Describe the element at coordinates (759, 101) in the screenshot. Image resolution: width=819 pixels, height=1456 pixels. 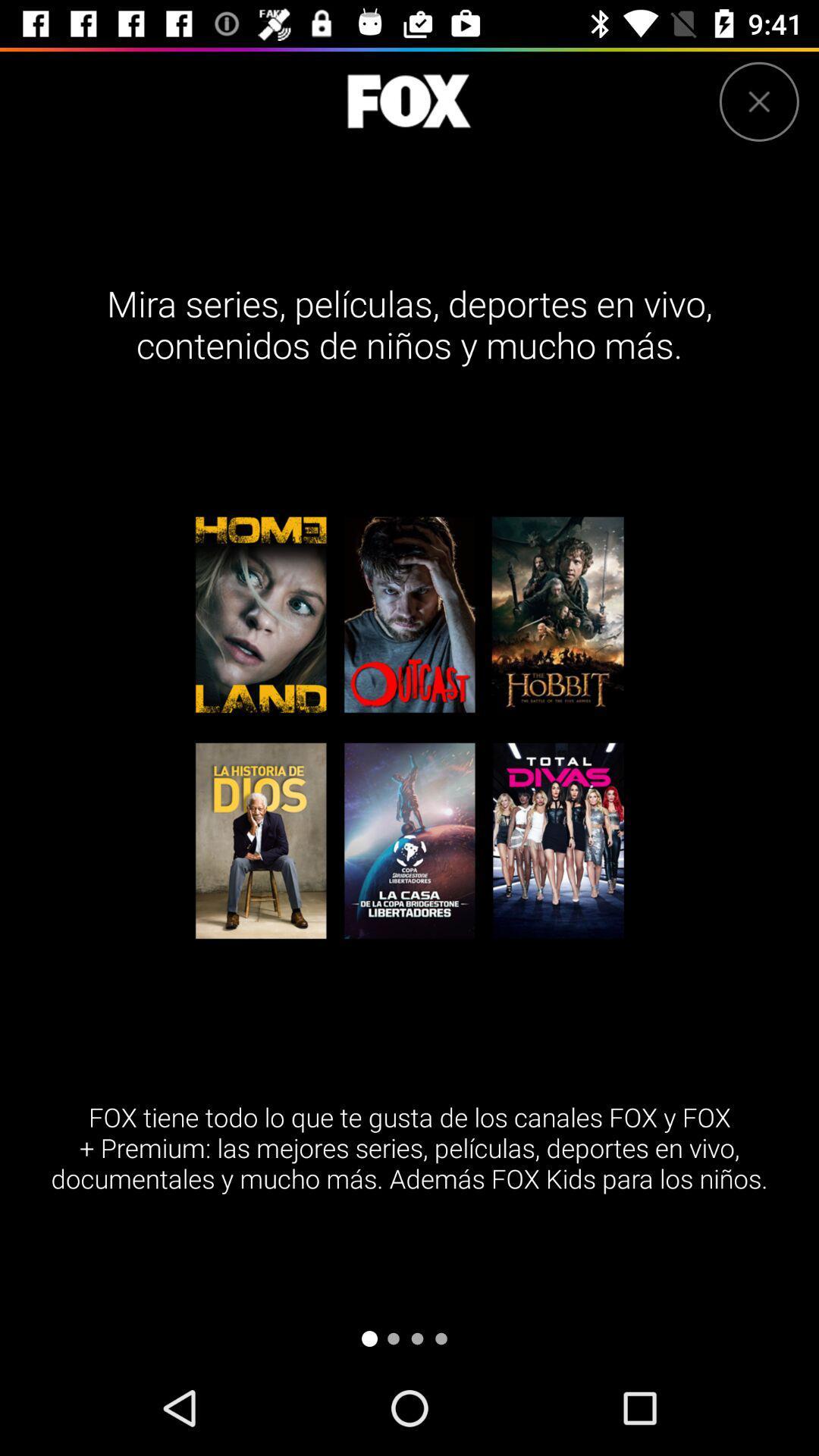
I see `the item at the top right corner` at that location.